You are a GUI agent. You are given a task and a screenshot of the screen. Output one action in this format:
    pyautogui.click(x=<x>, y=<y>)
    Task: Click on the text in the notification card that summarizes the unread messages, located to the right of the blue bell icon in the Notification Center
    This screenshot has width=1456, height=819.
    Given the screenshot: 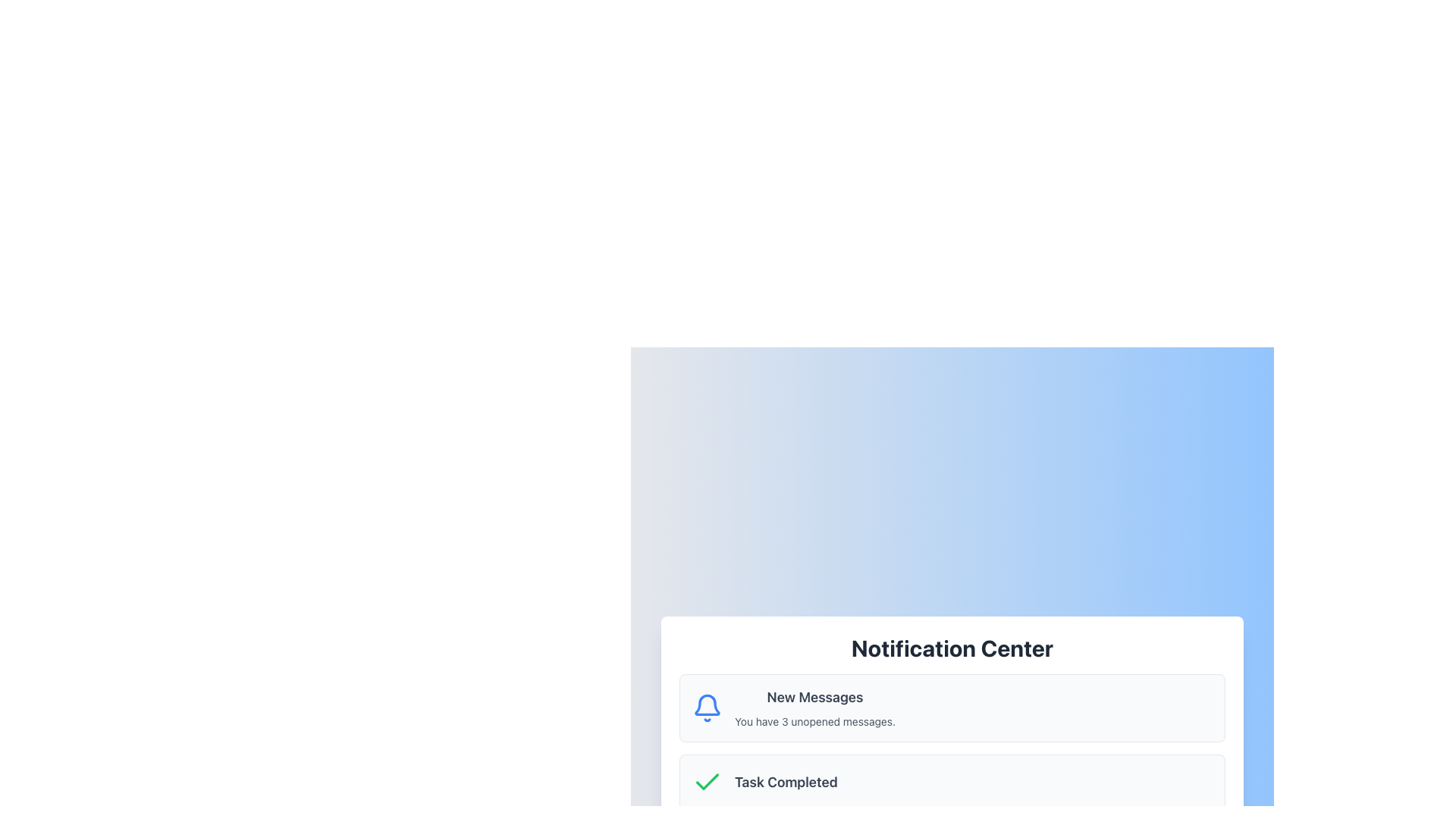 What is the action you would take?
    pyautogui.click(x=814, y=708)
    